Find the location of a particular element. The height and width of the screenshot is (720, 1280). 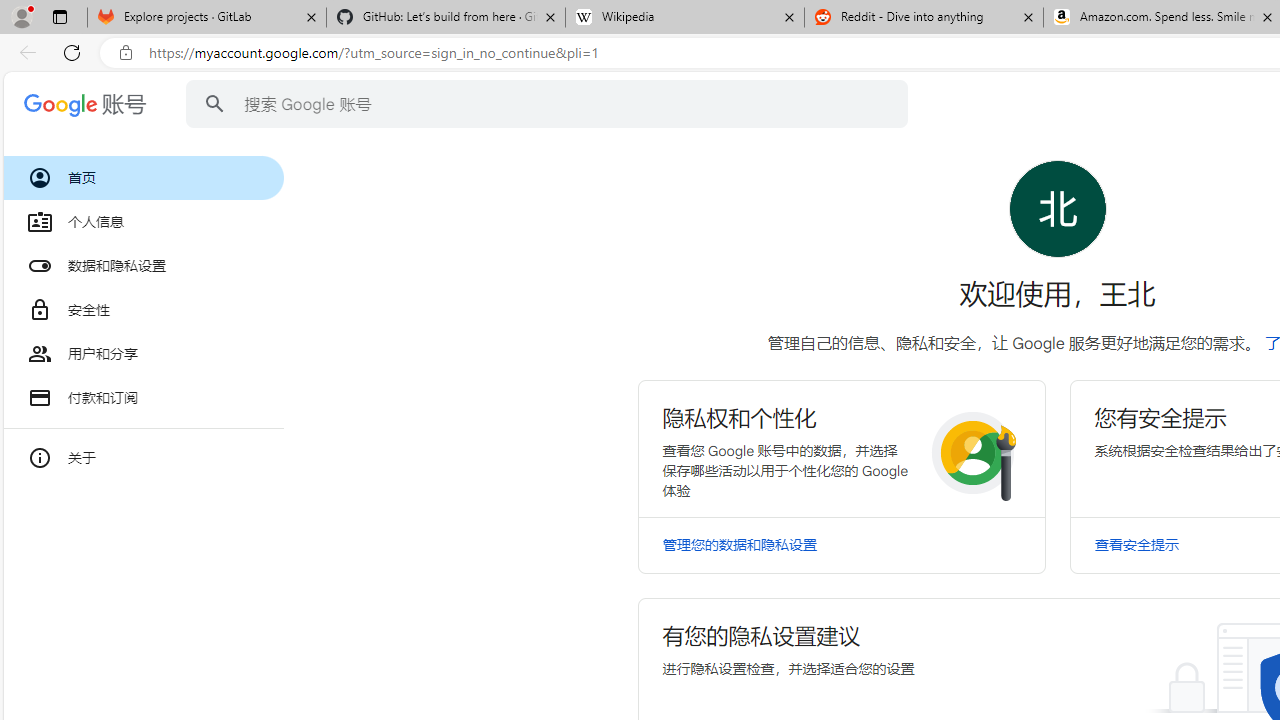

'Class: RlFDUe N5YmOc kJXJmd bvW4md I6g62c' is located at coordinates (840, 447).